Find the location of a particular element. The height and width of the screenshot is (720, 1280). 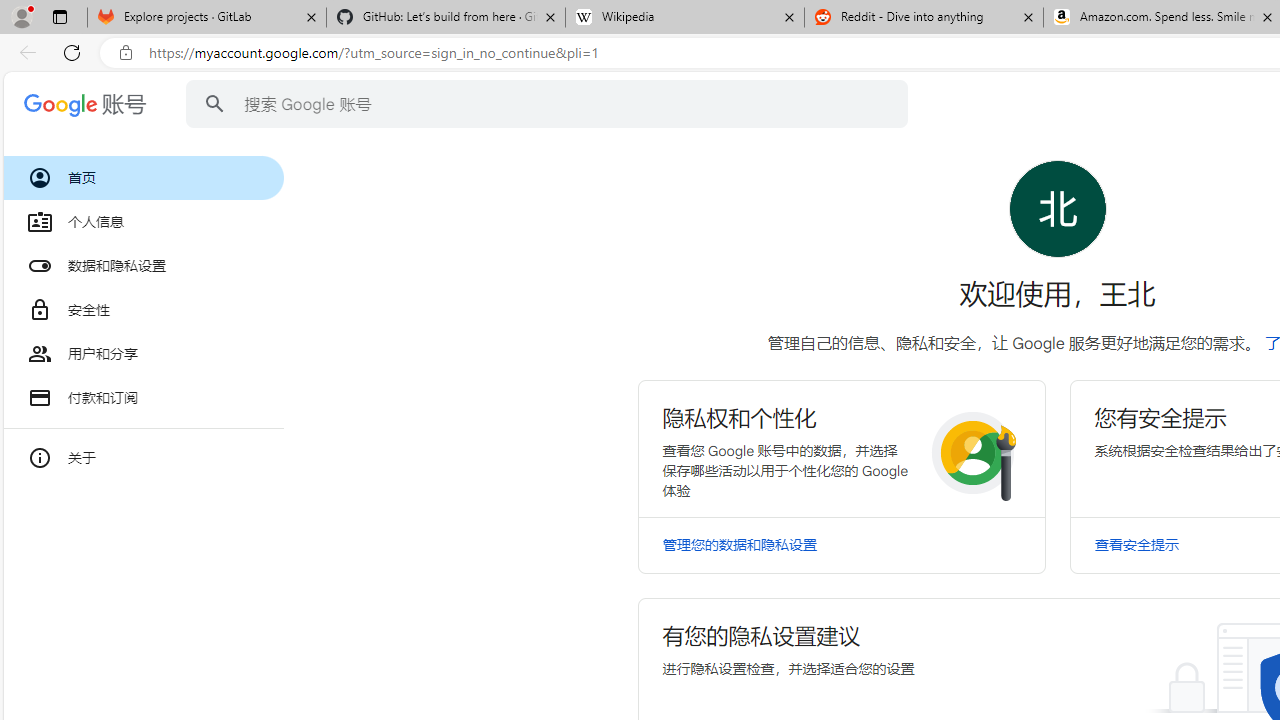

'Class: RlFDUe N5YmOc kJXJmd bvW4md I6g62c' is located at coordinates (840, 447).